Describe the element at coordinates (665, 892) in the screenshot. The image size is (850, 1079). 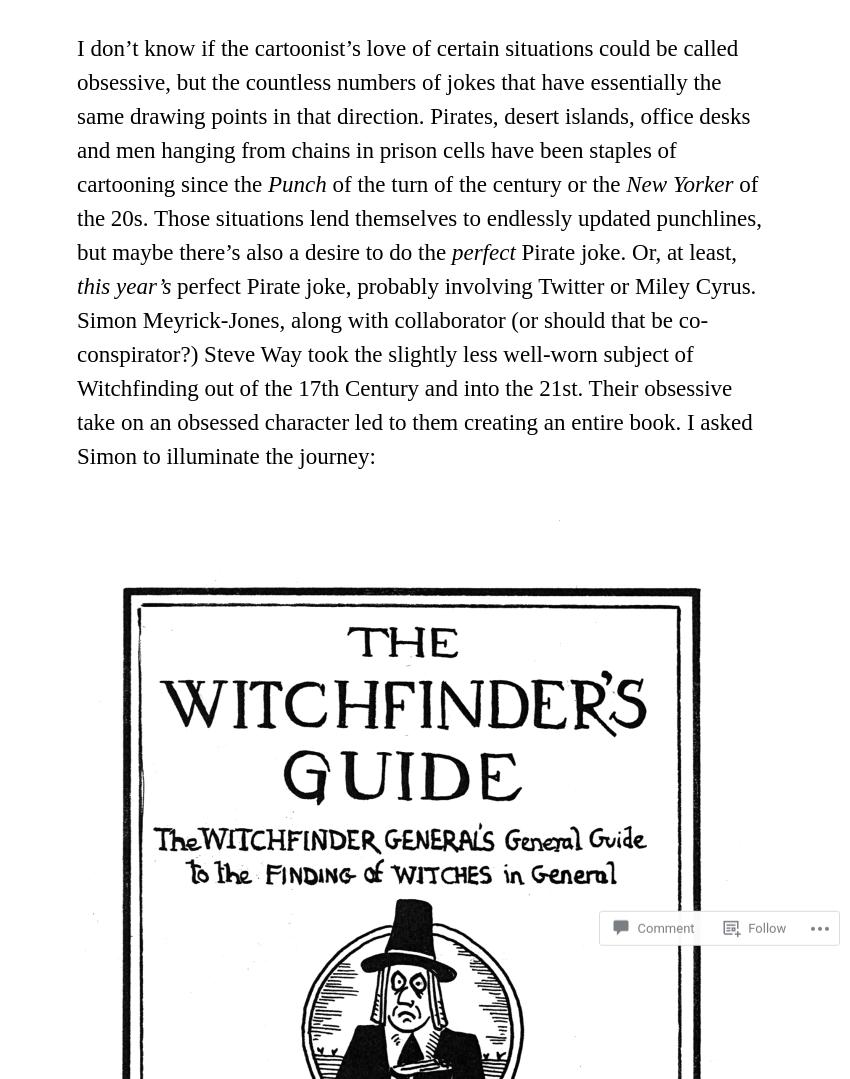
I see `'Comment'` at that location.